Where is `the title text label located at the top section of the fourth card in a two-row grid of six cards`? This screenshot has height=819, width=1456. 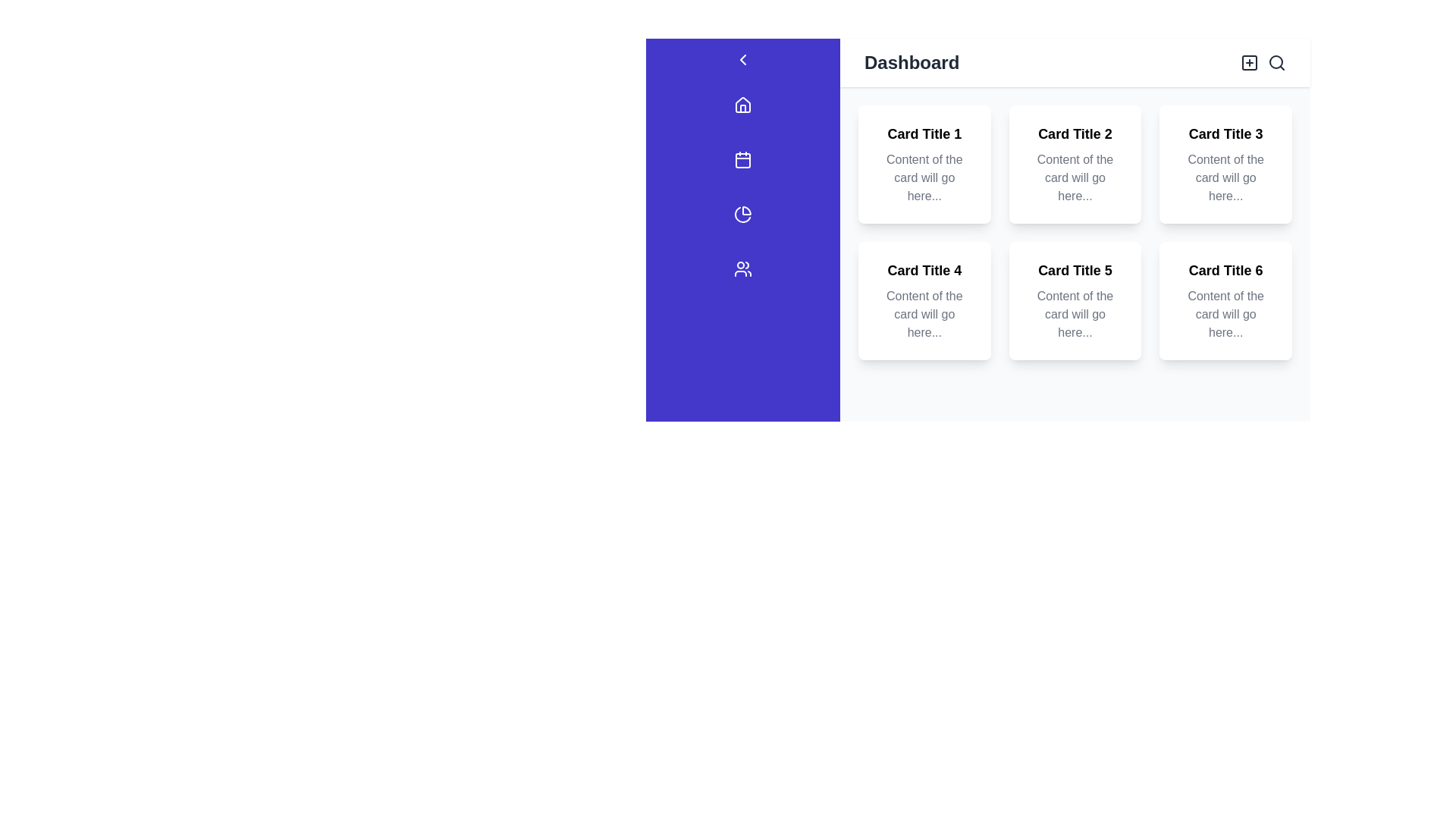
the title text label located at the top section of the fourth card in a two-row grid of six cards is located at coordinates (924, 270).